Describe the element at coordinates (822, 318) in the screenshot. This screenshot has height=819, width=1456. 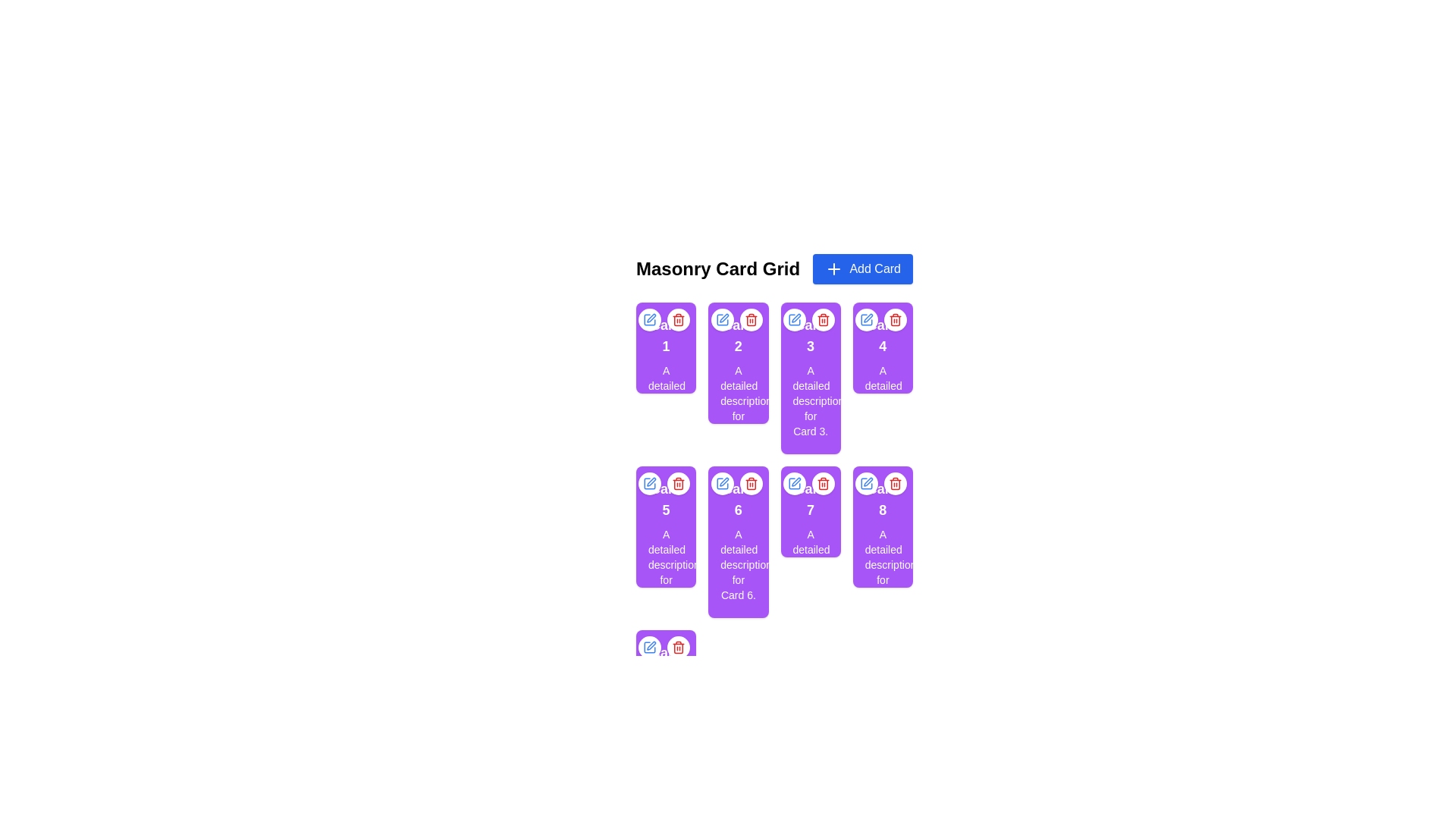
I see `the small circular button with a red trash icon, located at the top-right corner of the card labeled '3'` at that location.